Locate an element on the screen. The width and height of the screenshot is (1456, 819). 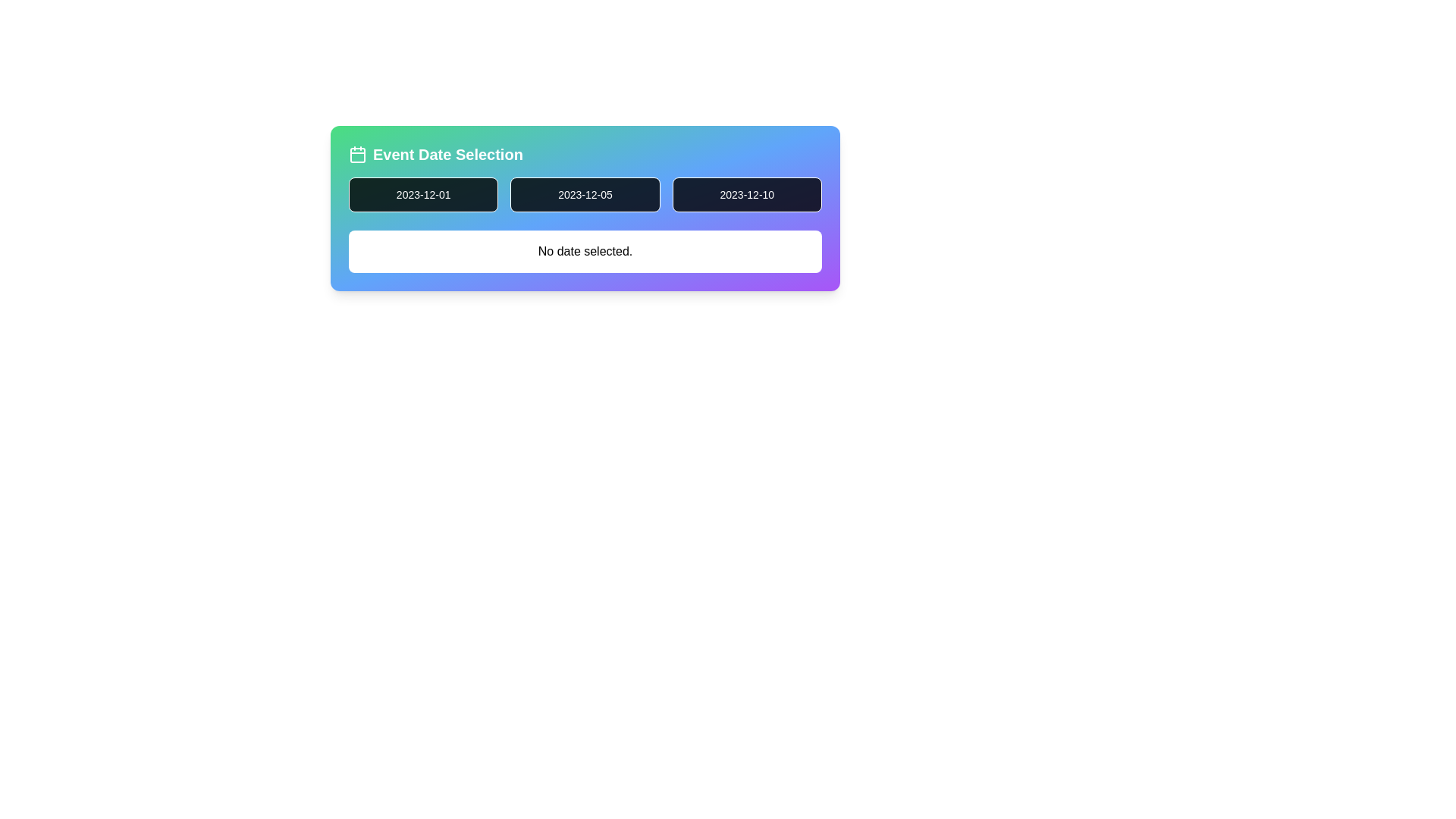
the label that says 'Event Date Selection', which is styled with bold and large font and located in the top-left corner of a card-like group, adjacent to a calendar icon is located at coordinates (447, 155).